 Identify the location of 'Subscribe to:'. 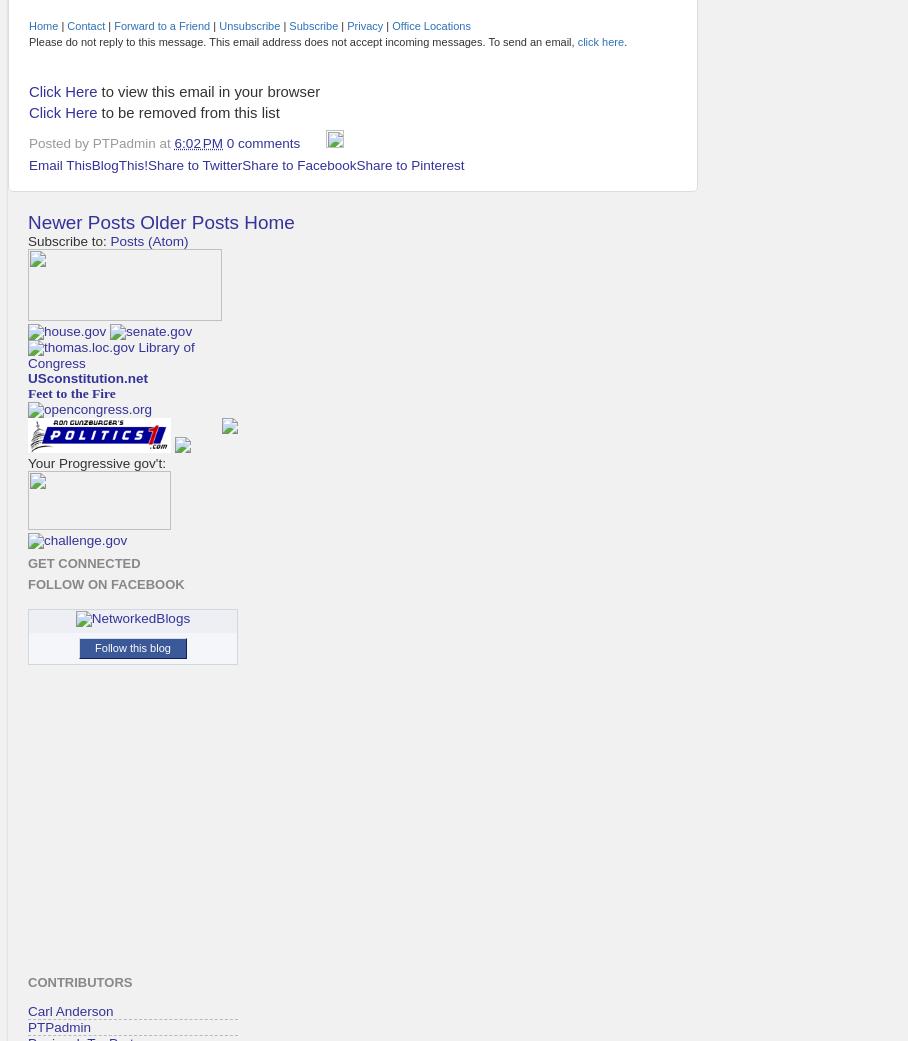
(69, 240).